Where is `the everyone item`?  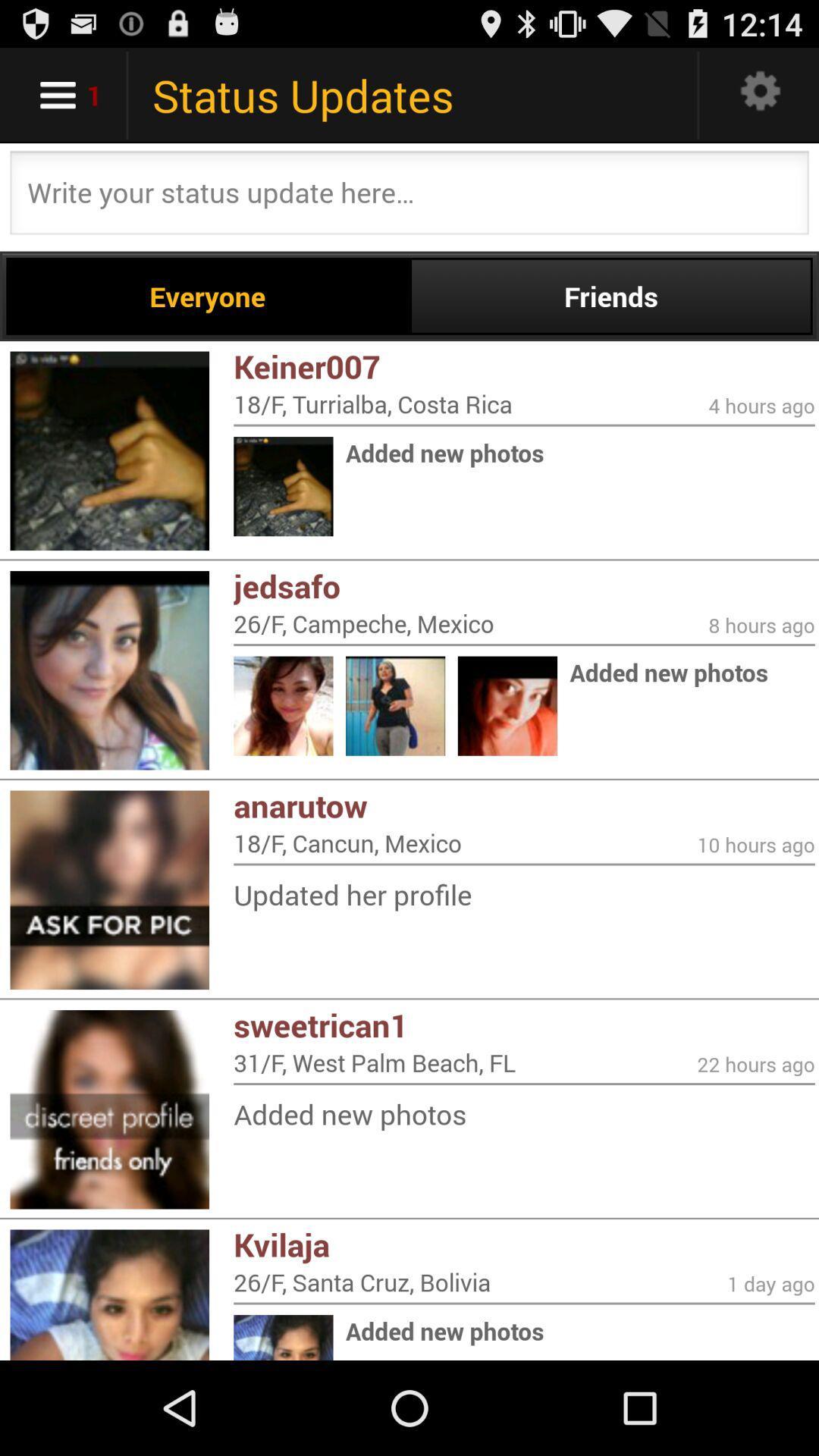 the everyone item is located at coordinates (208, 296).